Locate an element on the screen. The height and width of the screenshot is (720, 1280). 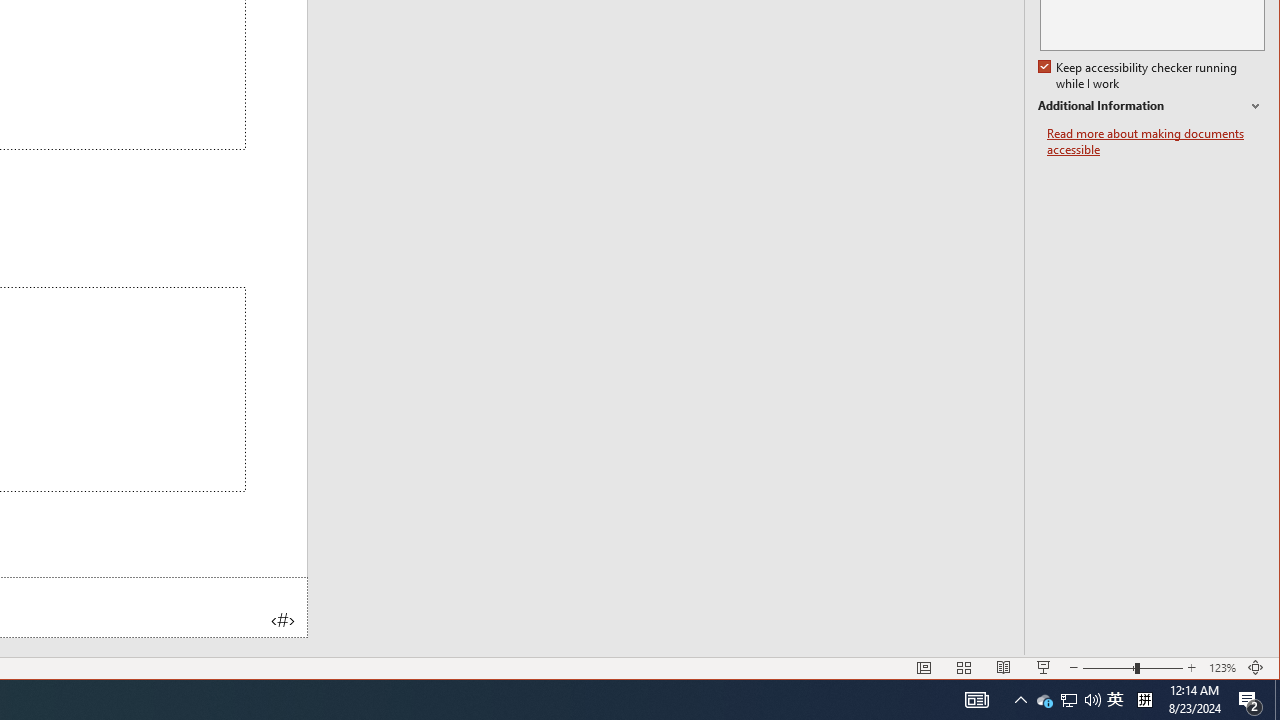
'Read more about making documents accessible' is located at coordinates (1155, 141).